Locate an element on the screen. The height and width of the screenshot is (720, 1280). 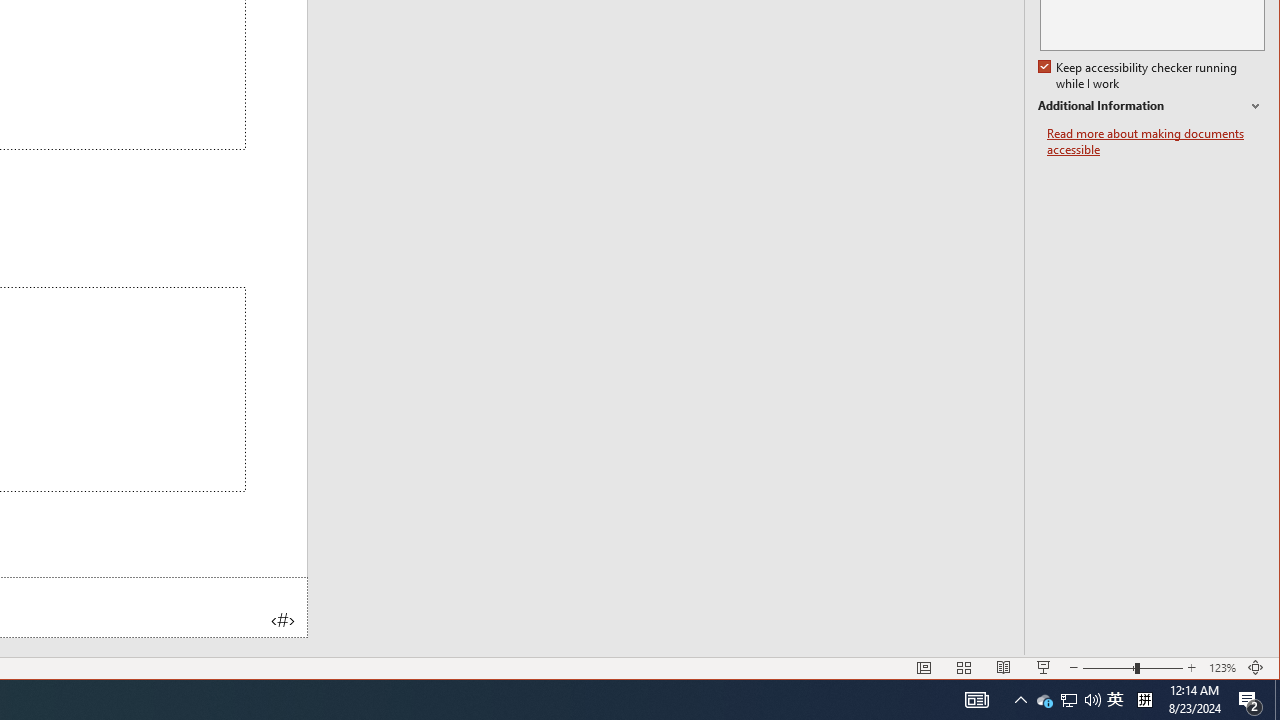
'Read more about making documents accessible' is located at coordinates (1155, 141).